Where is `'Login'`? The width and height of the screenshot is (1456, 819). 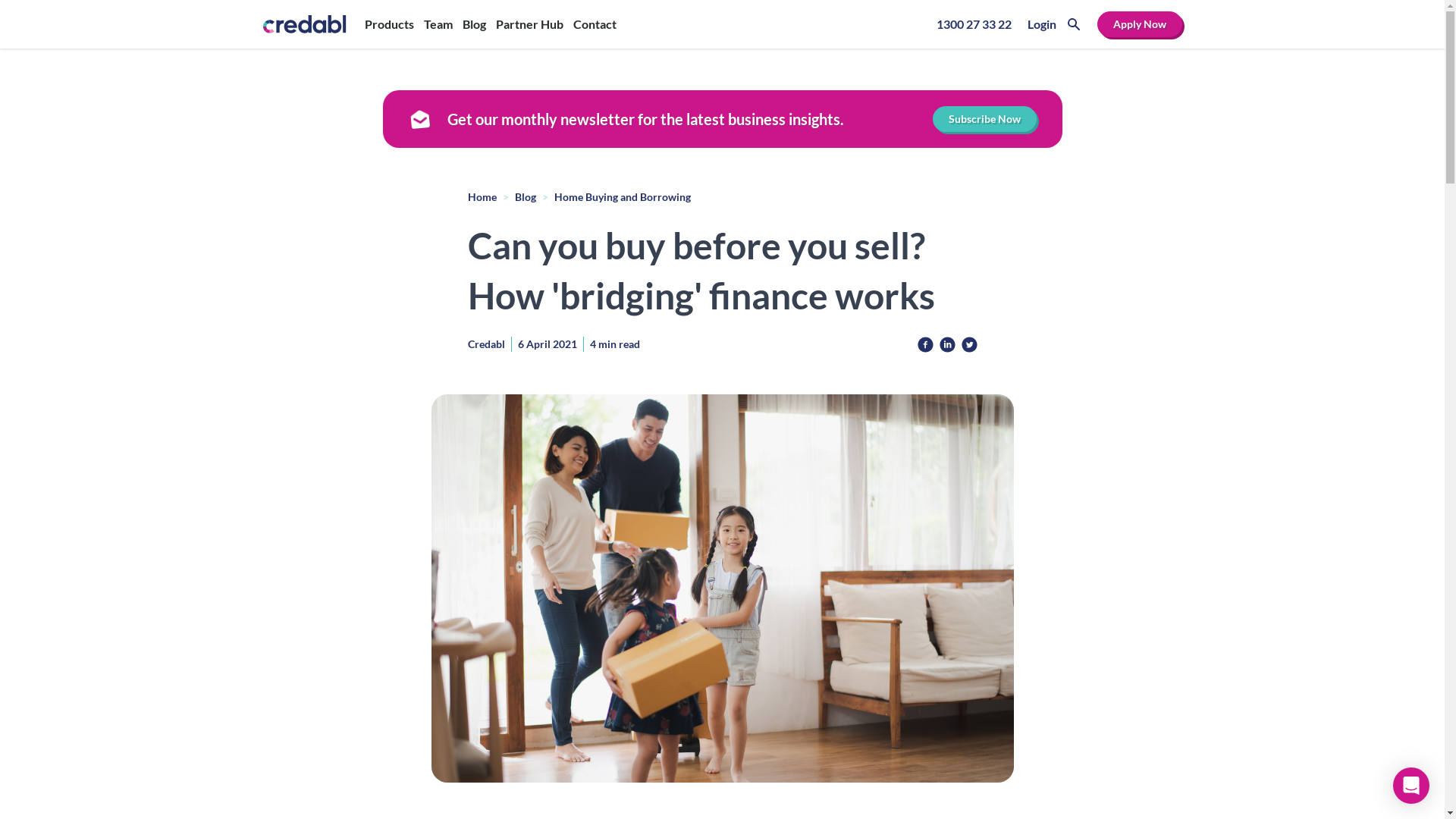 'Login' is located at coordinates (1040, 24).